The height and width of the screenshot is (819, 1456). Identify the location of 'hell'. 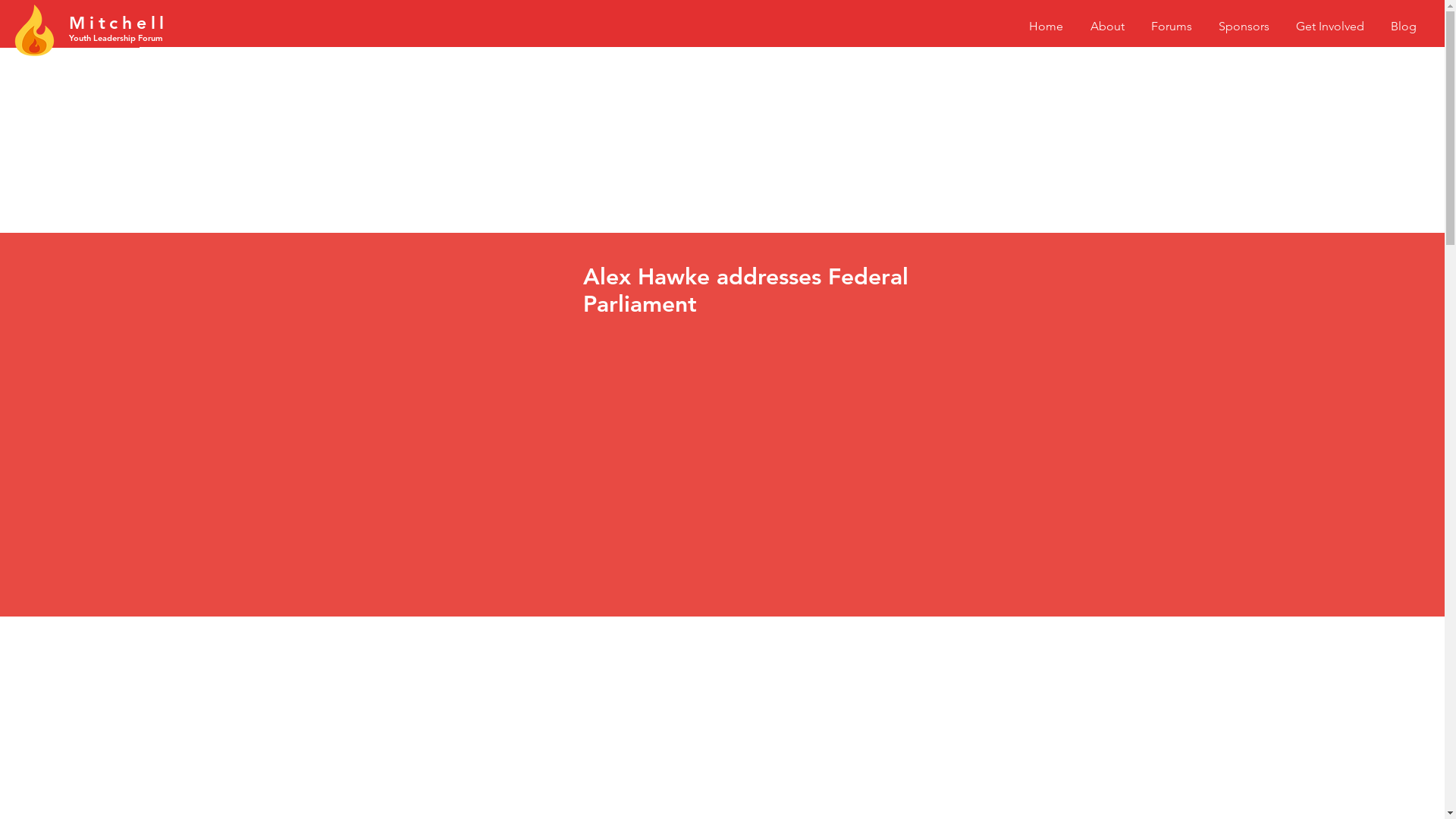
(145, 23).